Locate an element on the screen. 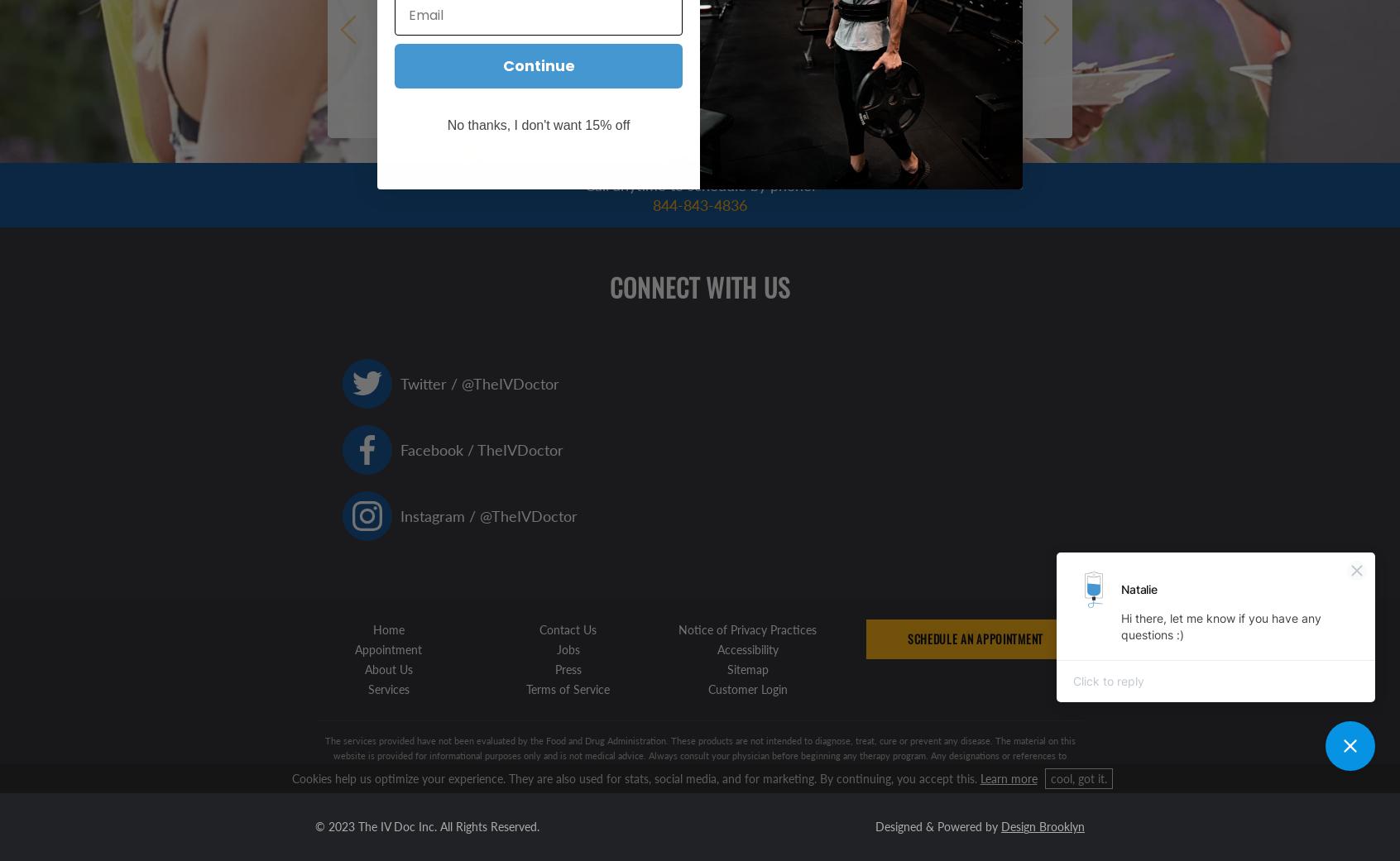 This screenshot has height=861, width=1400. 'Customer Login' is located at coordinates (706, 687).